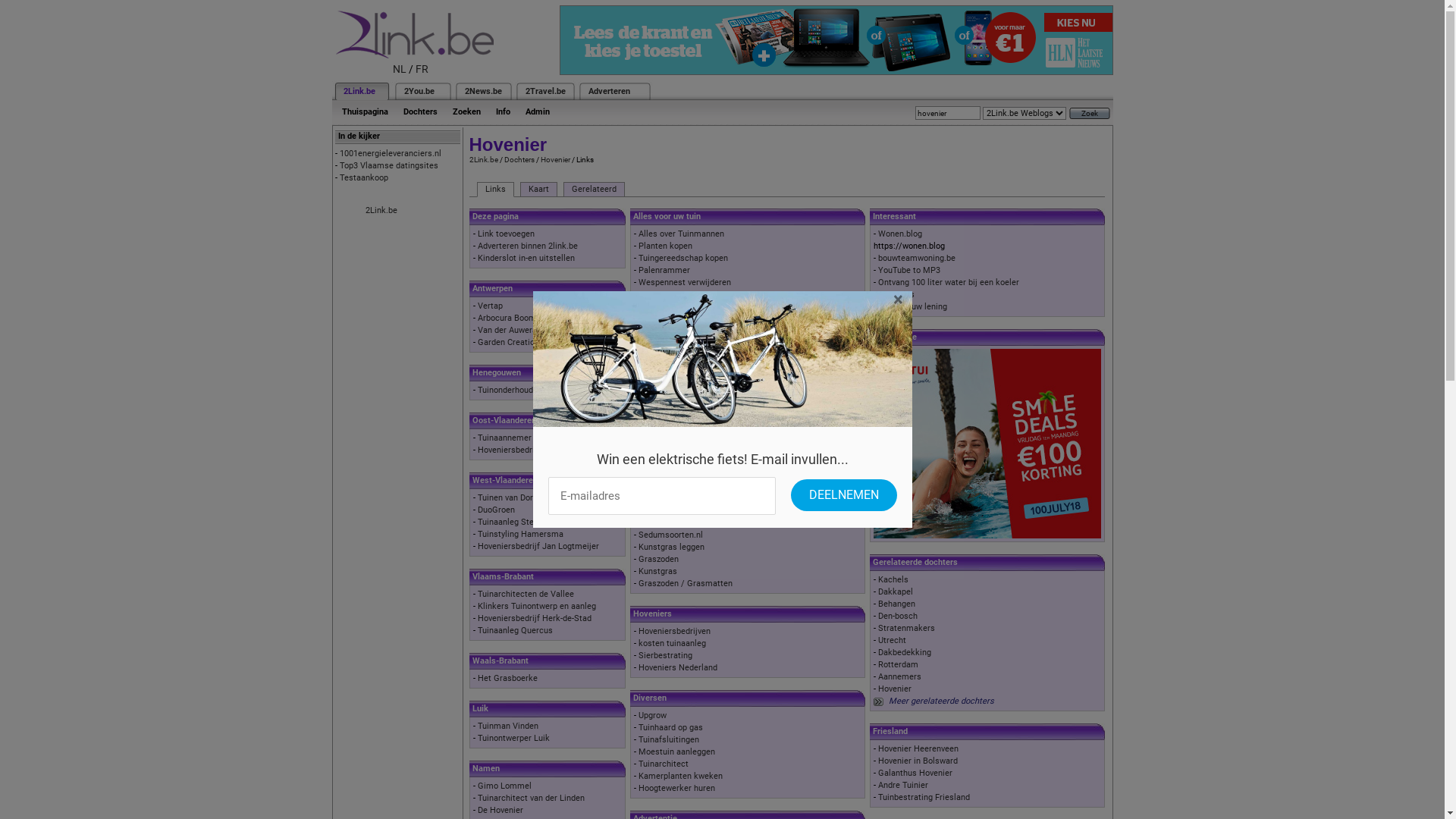  What do you see at coordinates (638, 764) in the screenshot?
I see `'Tuinarchitect'` at bounding box center [638, 764].